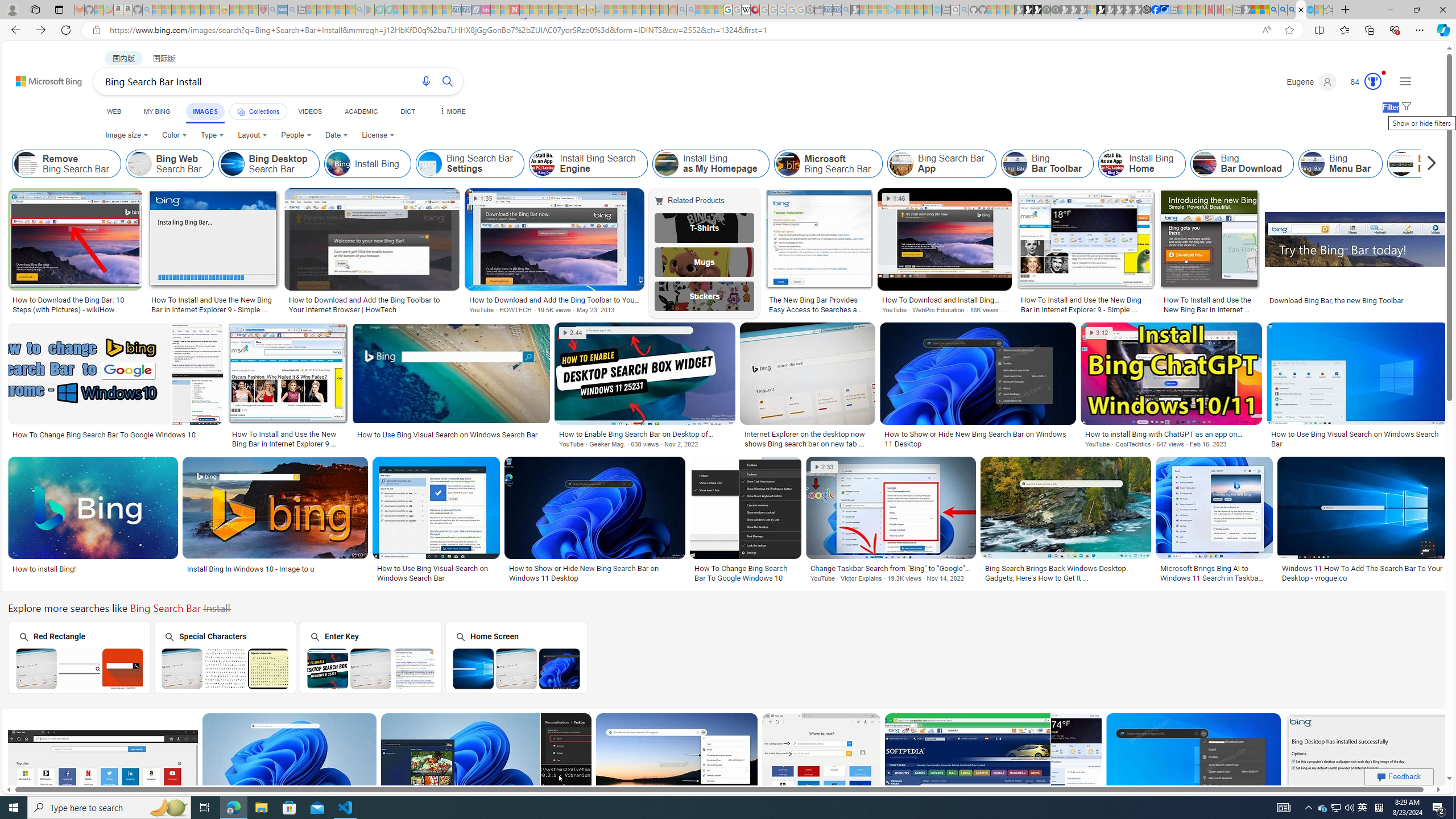 The image size is (1456, 819). What do you see at coordinates (93, 568) in the screenshot?
I see `'How to install Bing!'` at bounding box center [93, 568].